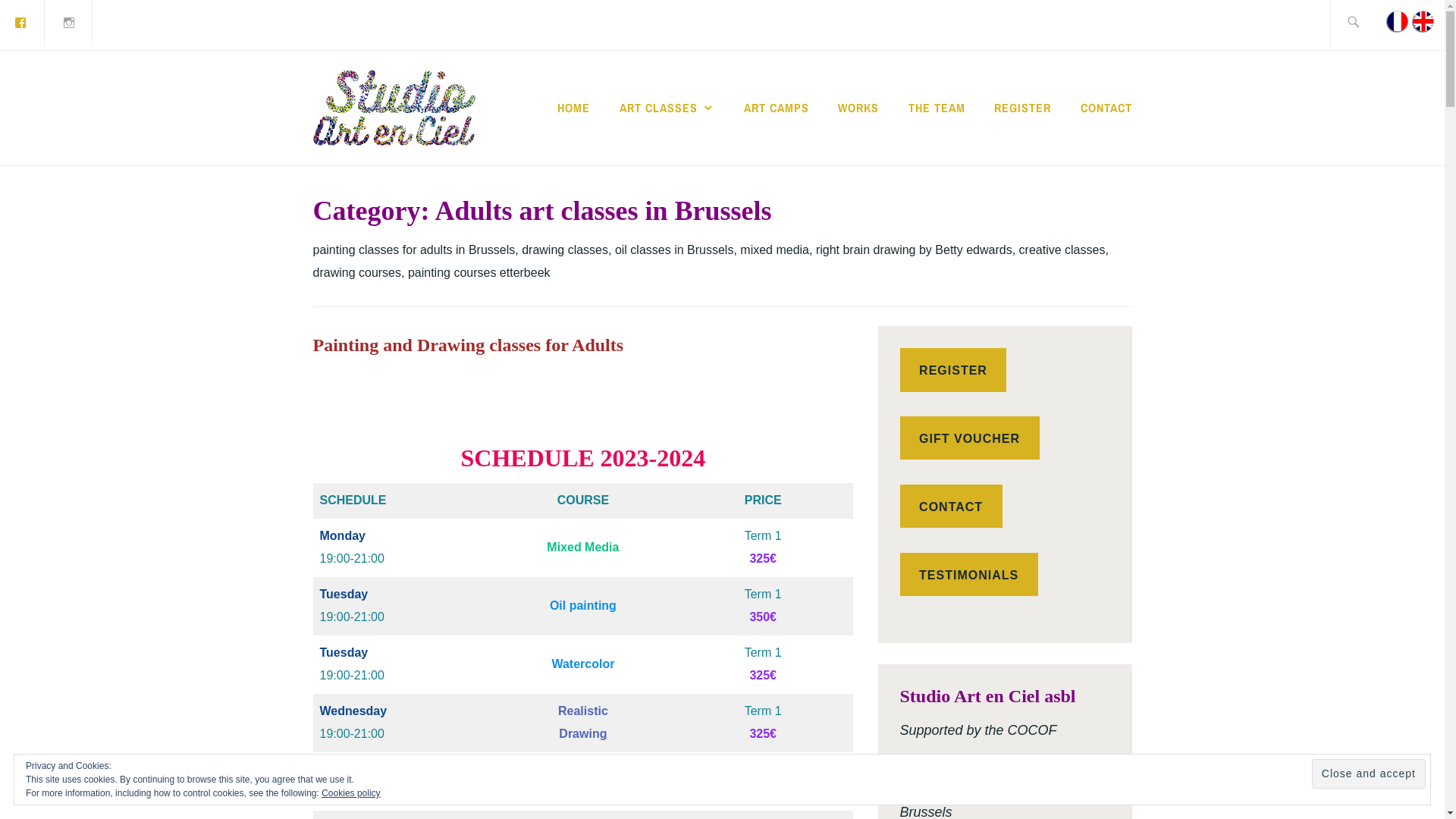 The width and height of the screenshot is (1456, 819). I want to click on 'Search for:', so click(1370, 23).